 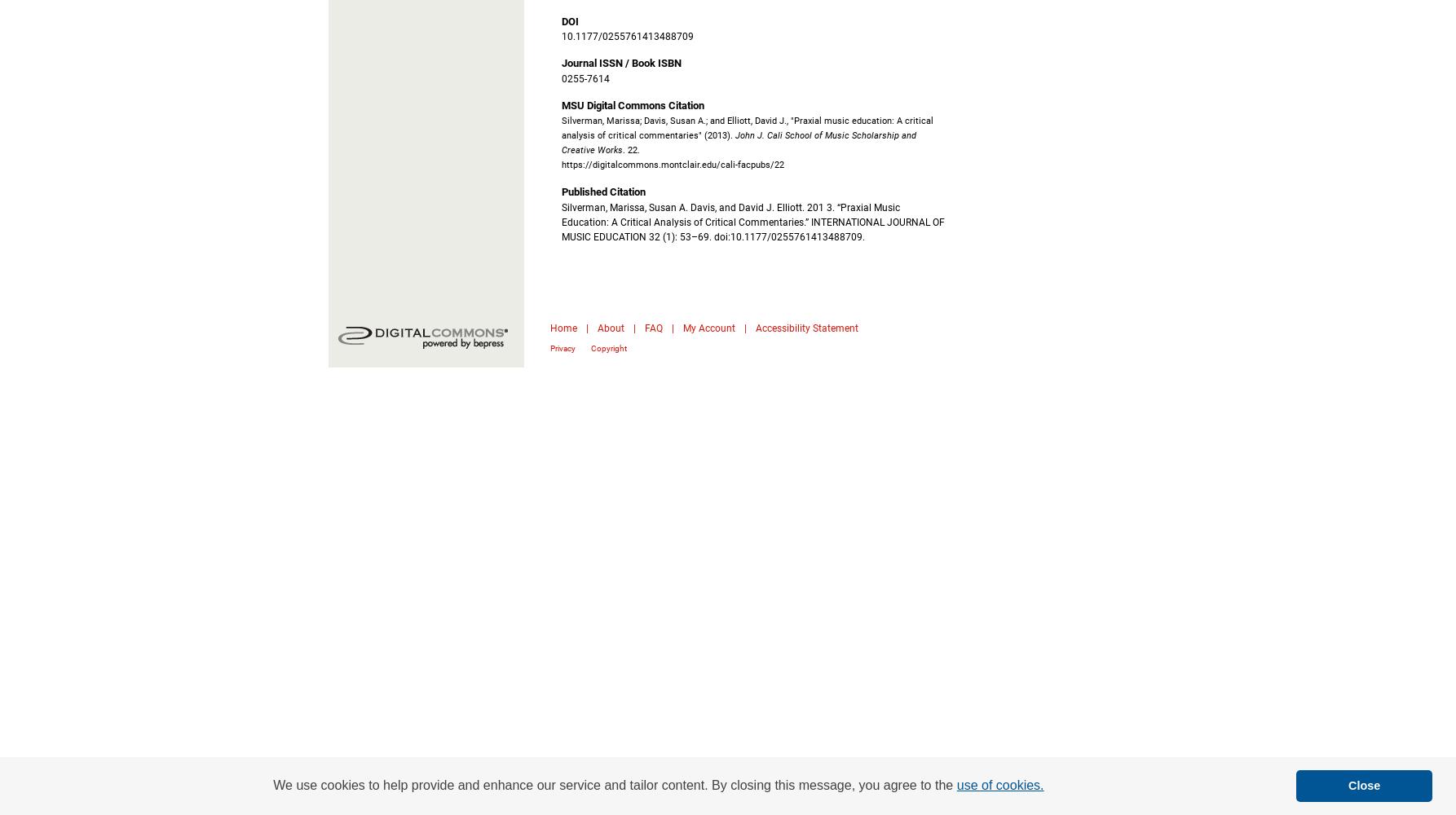 I want to click on 'DOI', so click(x=562, y=20).